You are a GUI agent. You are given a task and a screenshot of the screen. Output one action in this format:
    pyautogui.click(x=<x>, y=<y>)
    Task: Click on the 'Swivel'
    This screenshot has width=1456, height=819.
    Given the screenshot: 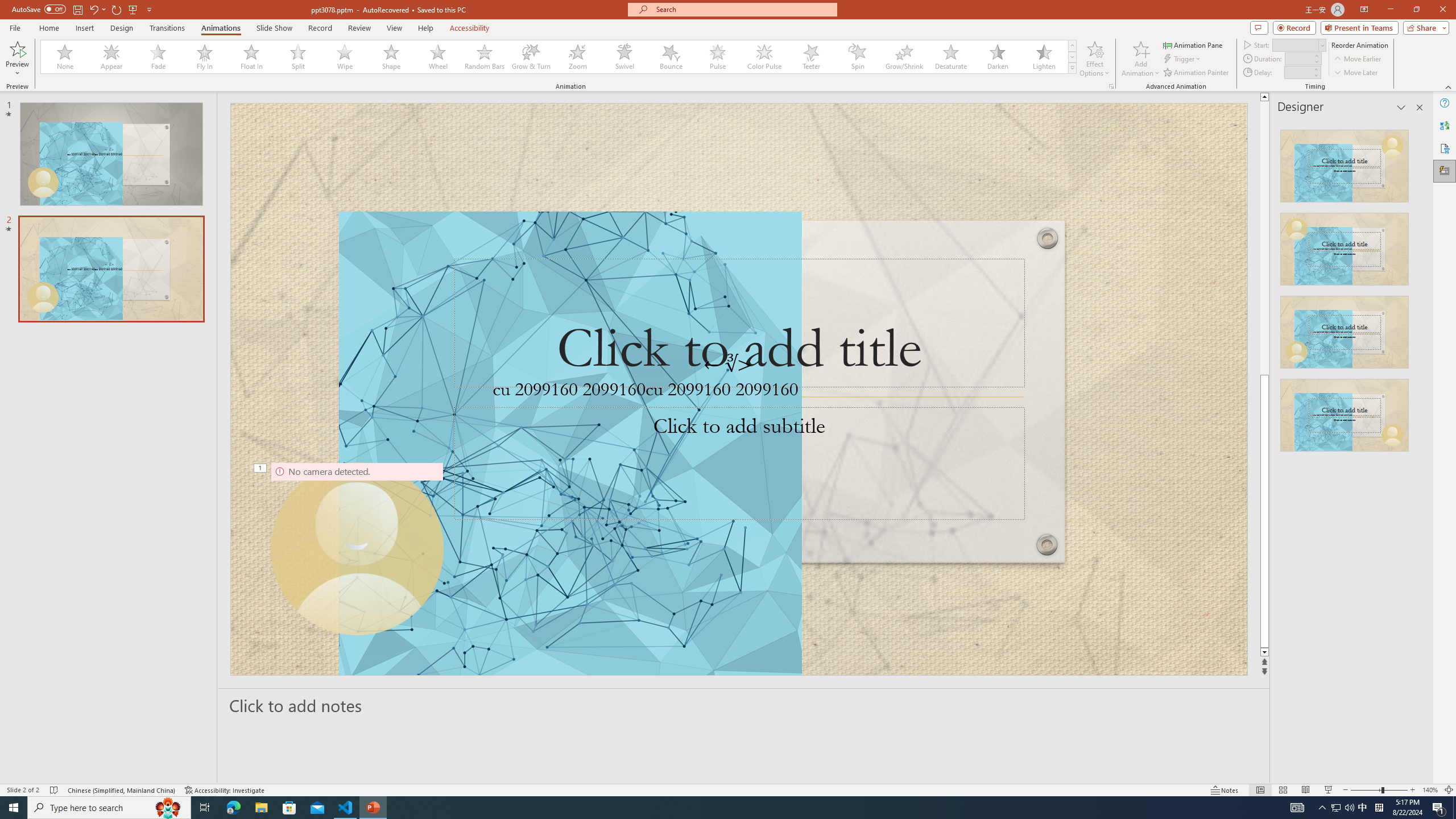 What is the action you would take?
    pyautogui.click(x=624, y=56)
    